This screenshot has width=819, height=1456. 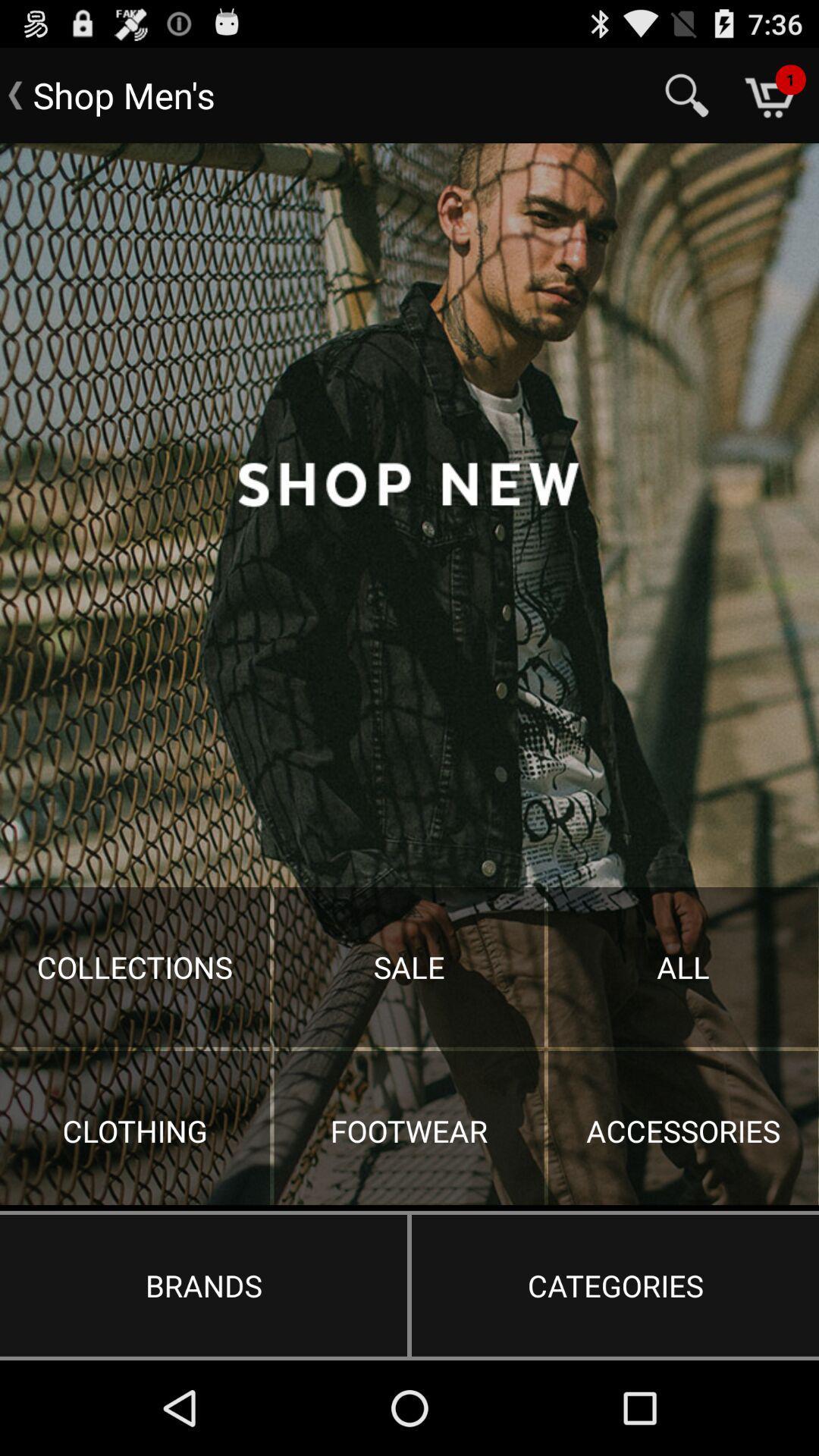 I want to click on the item to the left of the categories item, so click(x=202, y=1285).